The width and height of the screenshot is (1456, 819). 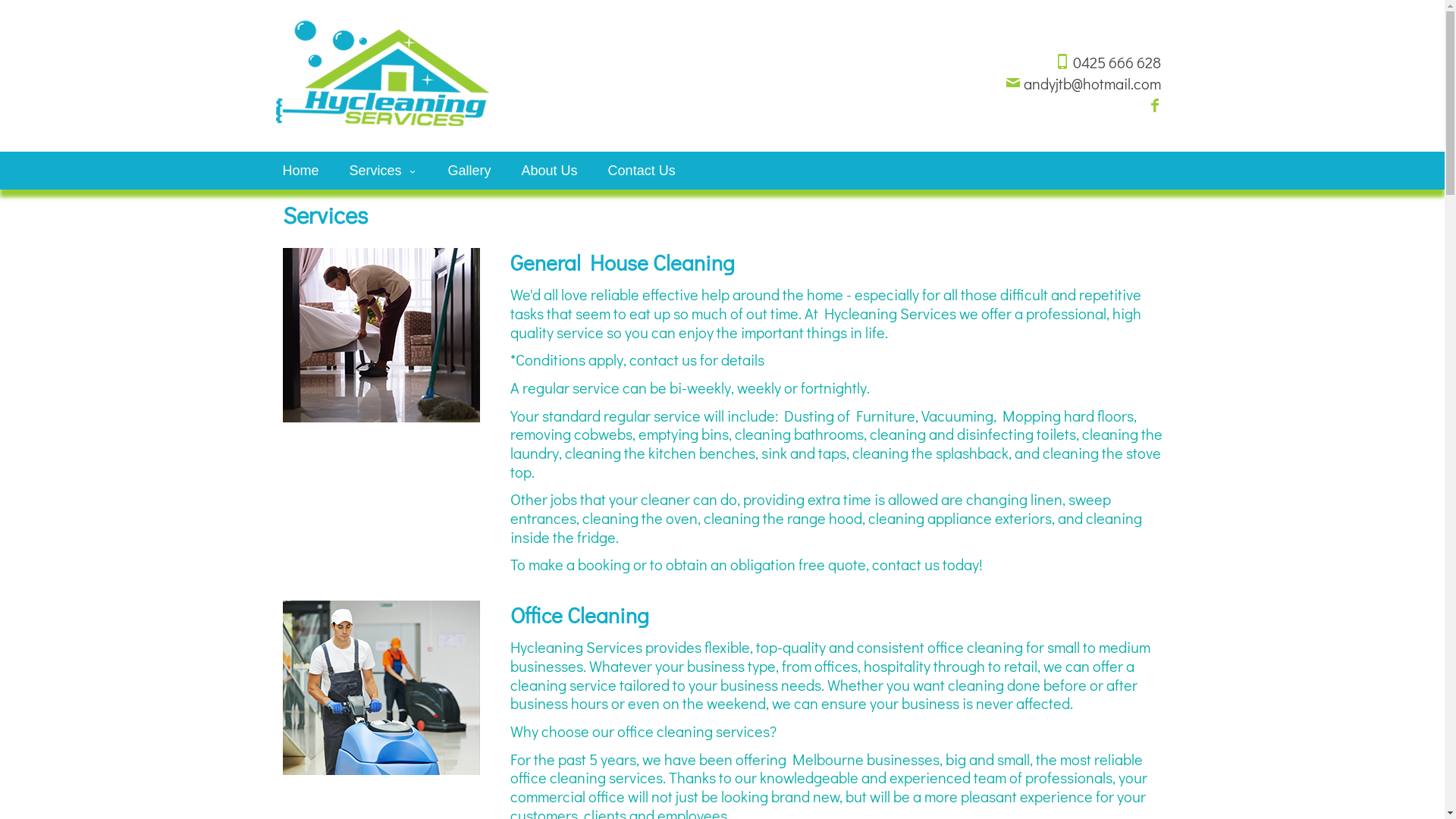 I want to click on '0425 666 628', so click(x=1053, y=61).